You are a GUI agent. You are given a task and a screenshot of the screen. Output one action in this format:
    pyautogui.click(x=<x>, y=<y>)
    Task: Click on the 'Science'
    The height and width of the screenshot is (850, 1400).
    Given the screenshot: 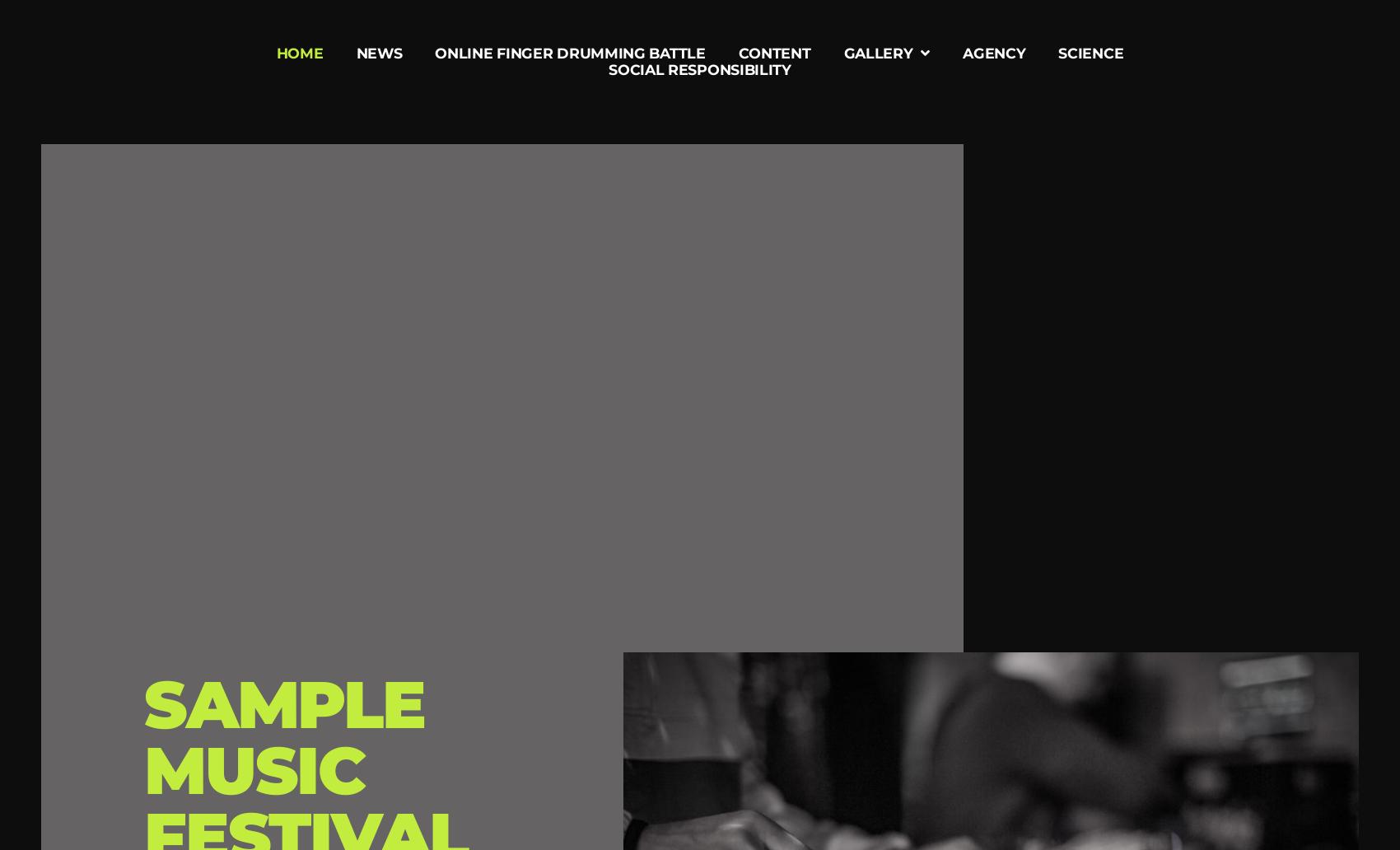 What is the action you would take?
    pyautogui.click(x=1058, y=53)
    